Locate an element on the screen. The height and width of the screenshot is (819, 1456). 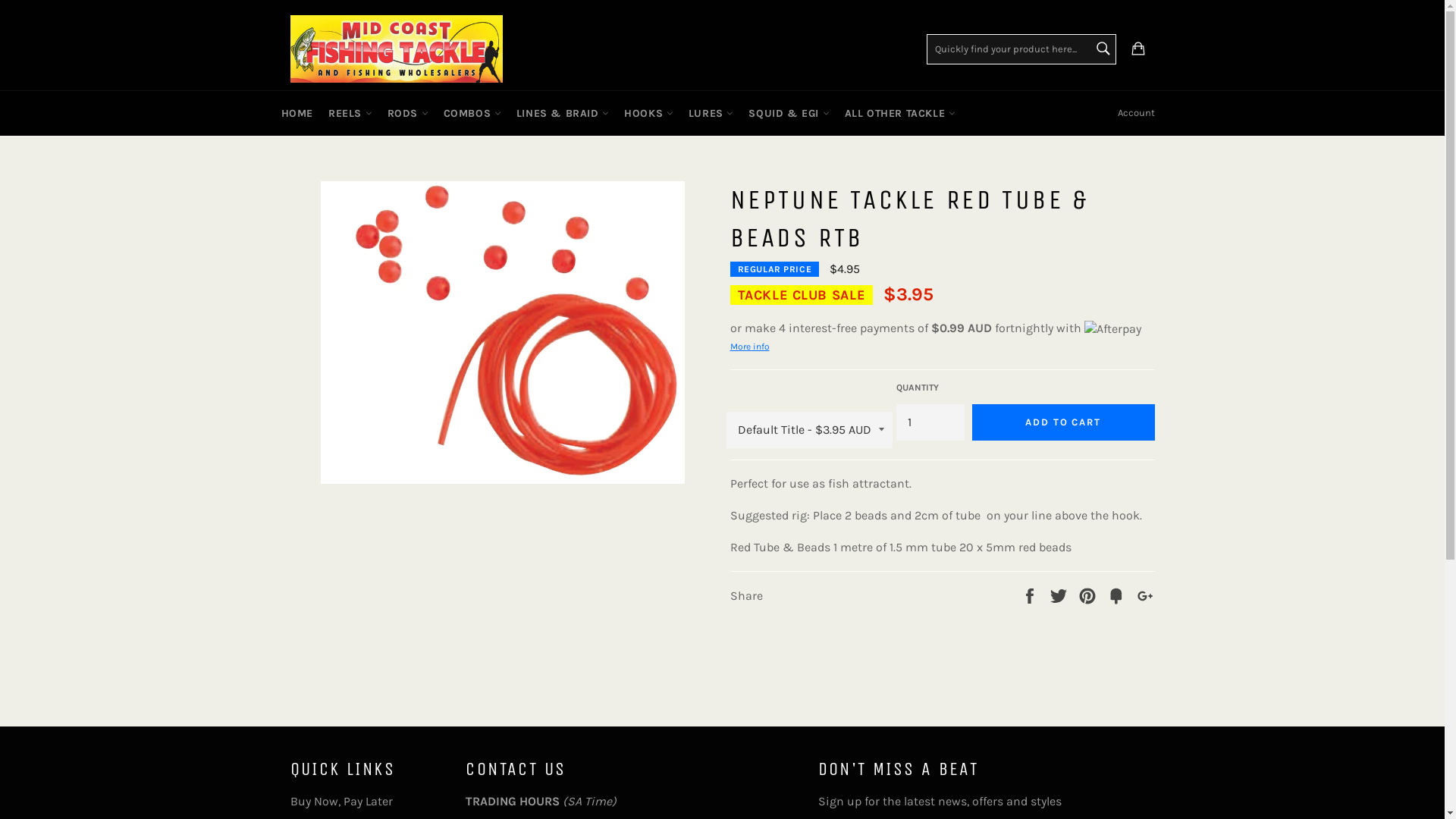
'SQUID & EGI' is located at coordinates (789, 112).